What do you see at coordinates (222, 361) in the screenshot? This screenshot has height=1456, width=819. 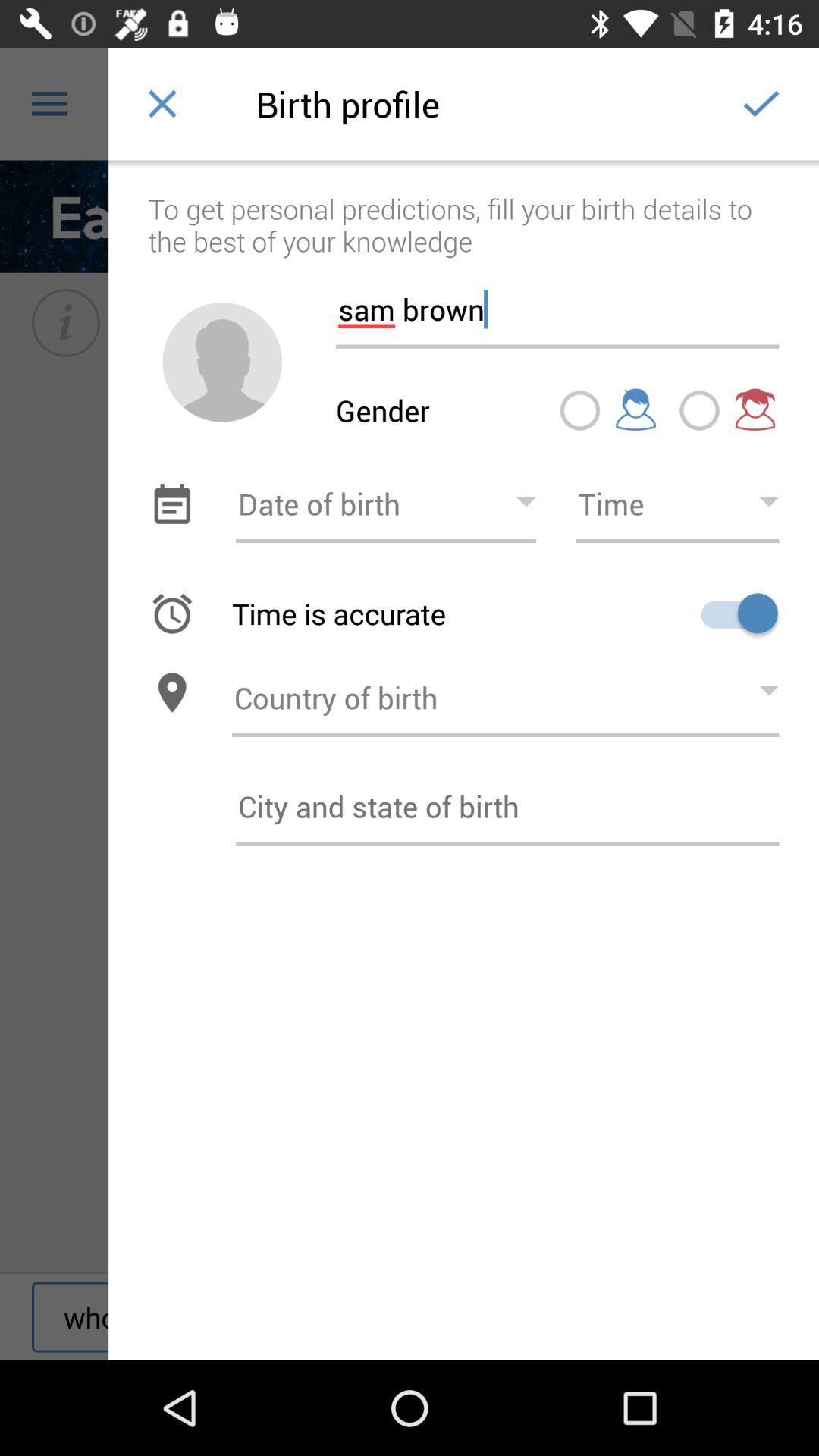 I see `icon next to the sam brown item` at bounding box center [222, 361].